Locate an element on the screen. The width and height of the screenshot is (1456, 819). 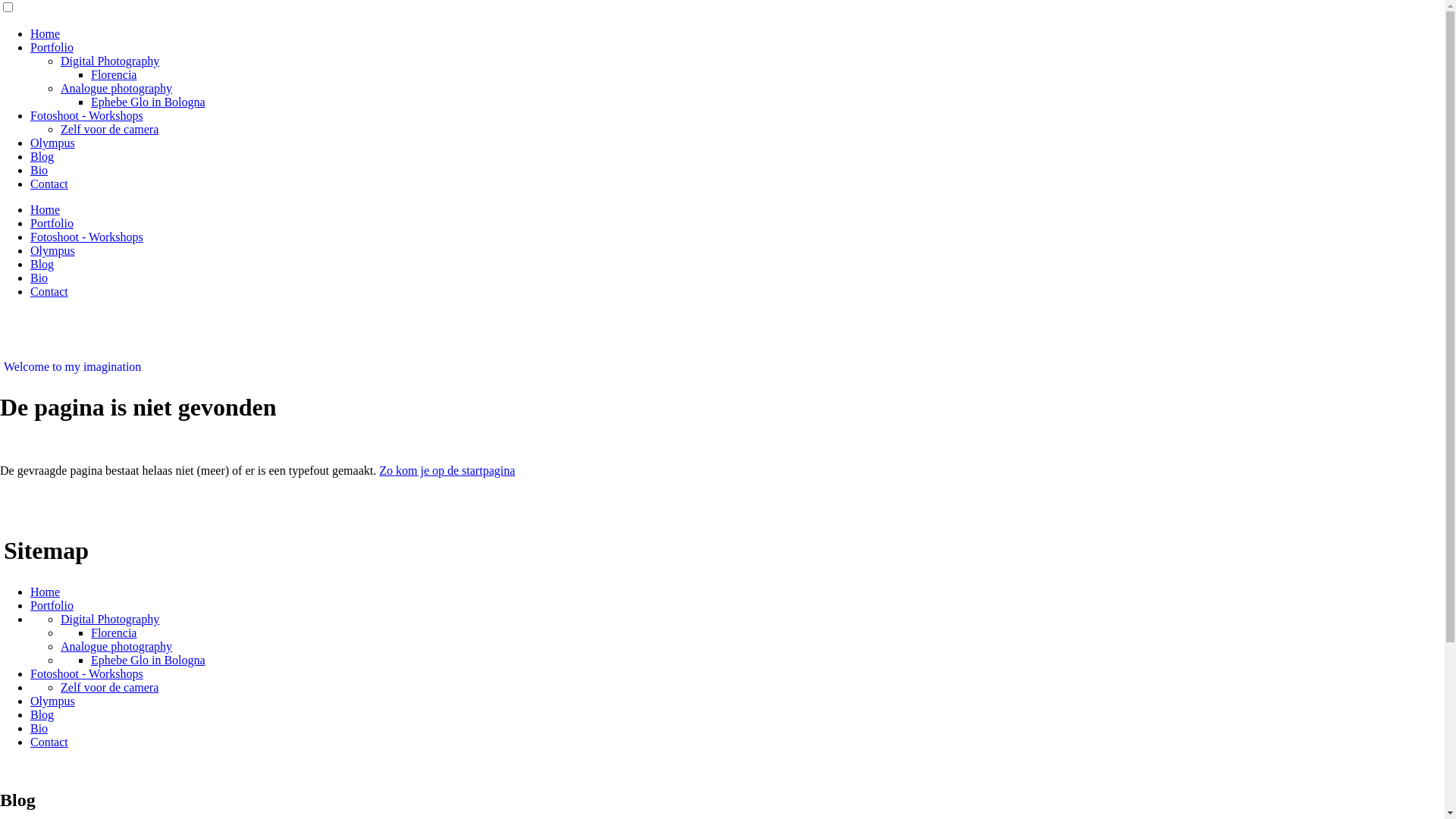
'Welcome to my imagination' is located at coordinates (71, 366).